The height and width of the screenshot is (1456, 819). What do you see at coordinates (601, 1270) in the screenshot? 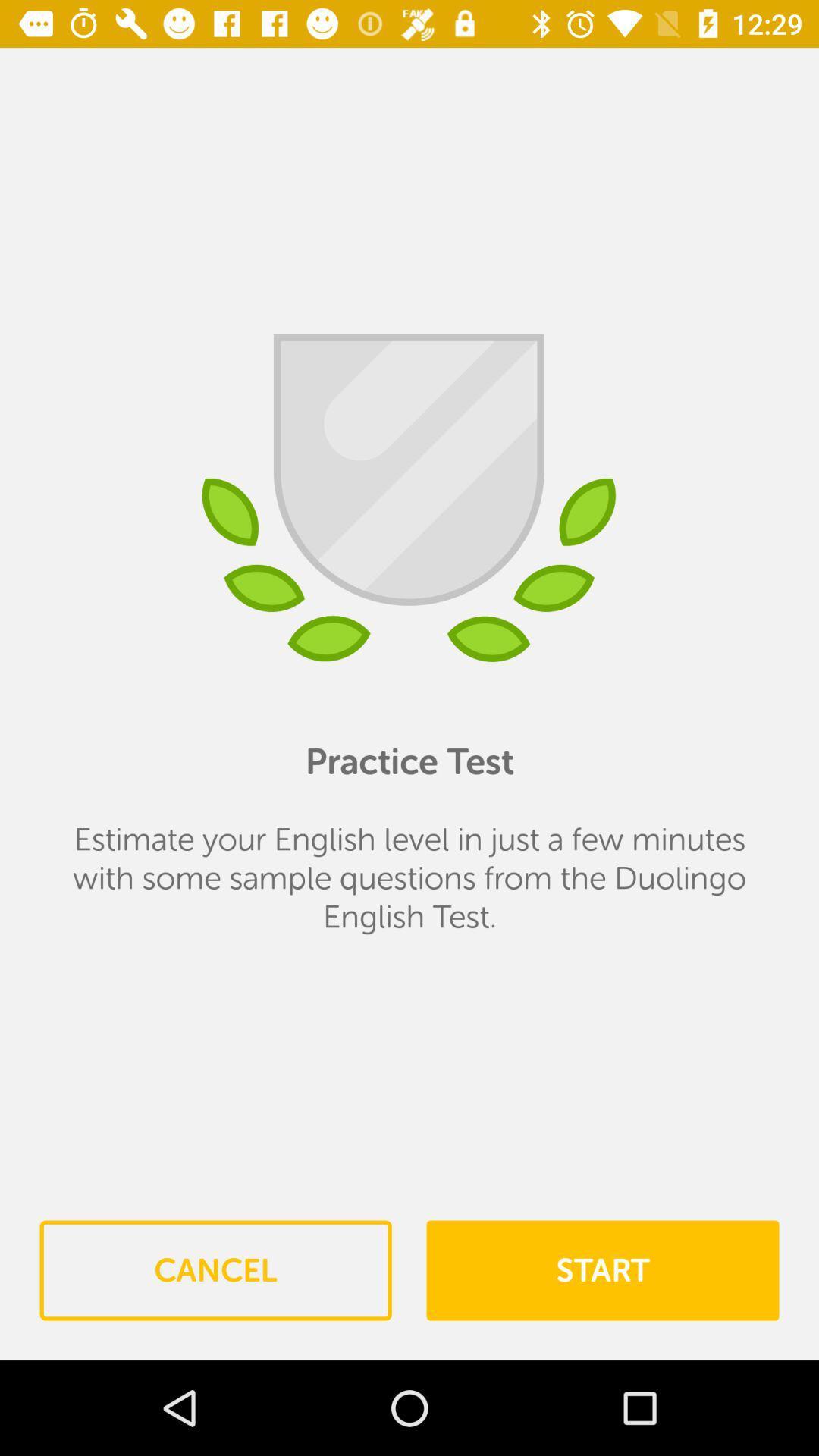
I see `icon next to the cancel item` at bounding box center [601, 1270].